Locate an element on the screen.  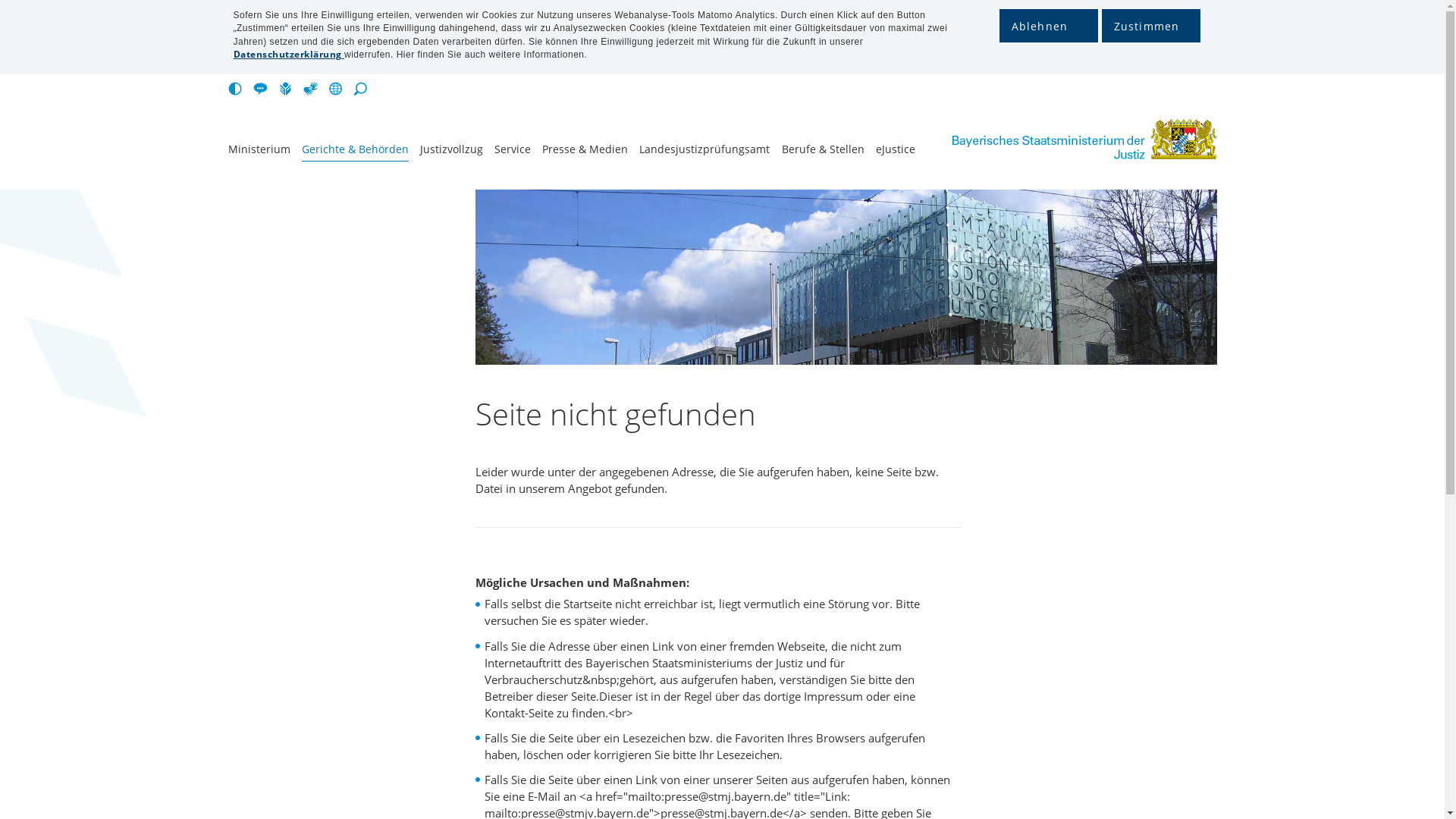
'Seite vorlesen lassen [Alt-L]' is located at coordinates (264, 88).